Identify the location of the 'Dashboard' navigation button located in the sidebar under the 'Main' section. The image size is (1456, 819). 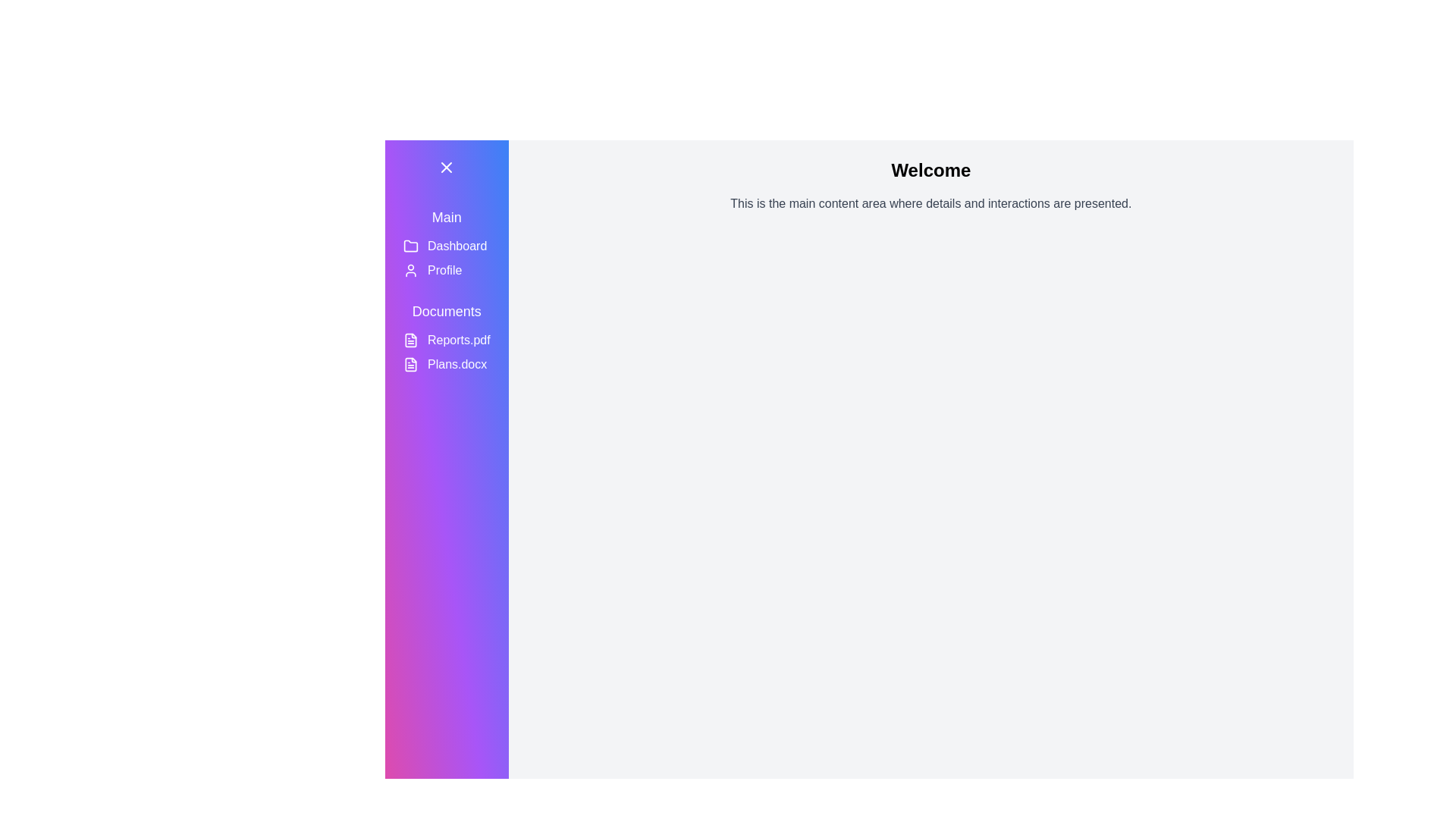
(446, 245).